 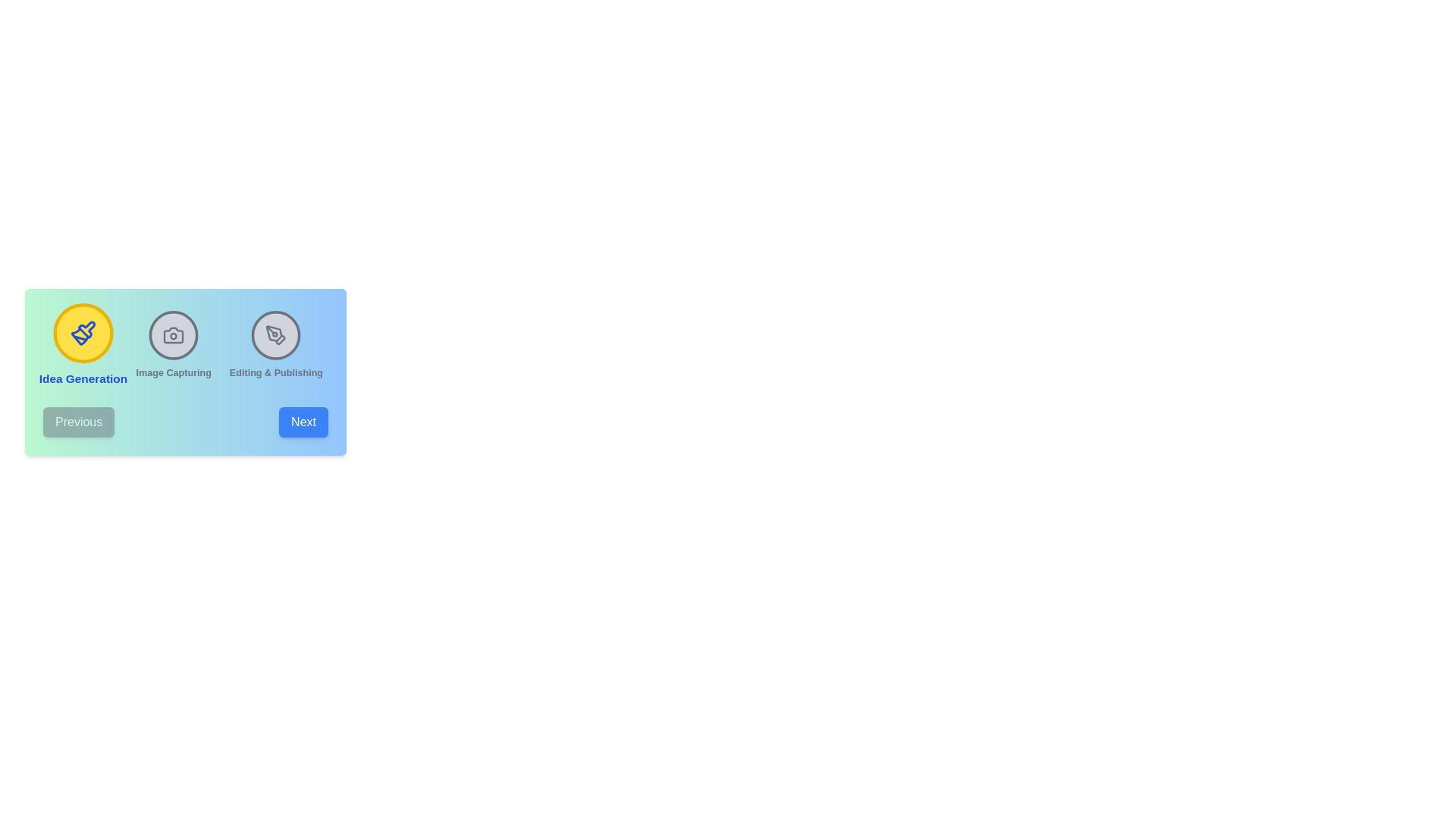 What do you see at coordinates (78, 422) in the screenshot?
I see `'Previous' button to navigate to the previous step in the stepper` at bounding box center [78, 422].